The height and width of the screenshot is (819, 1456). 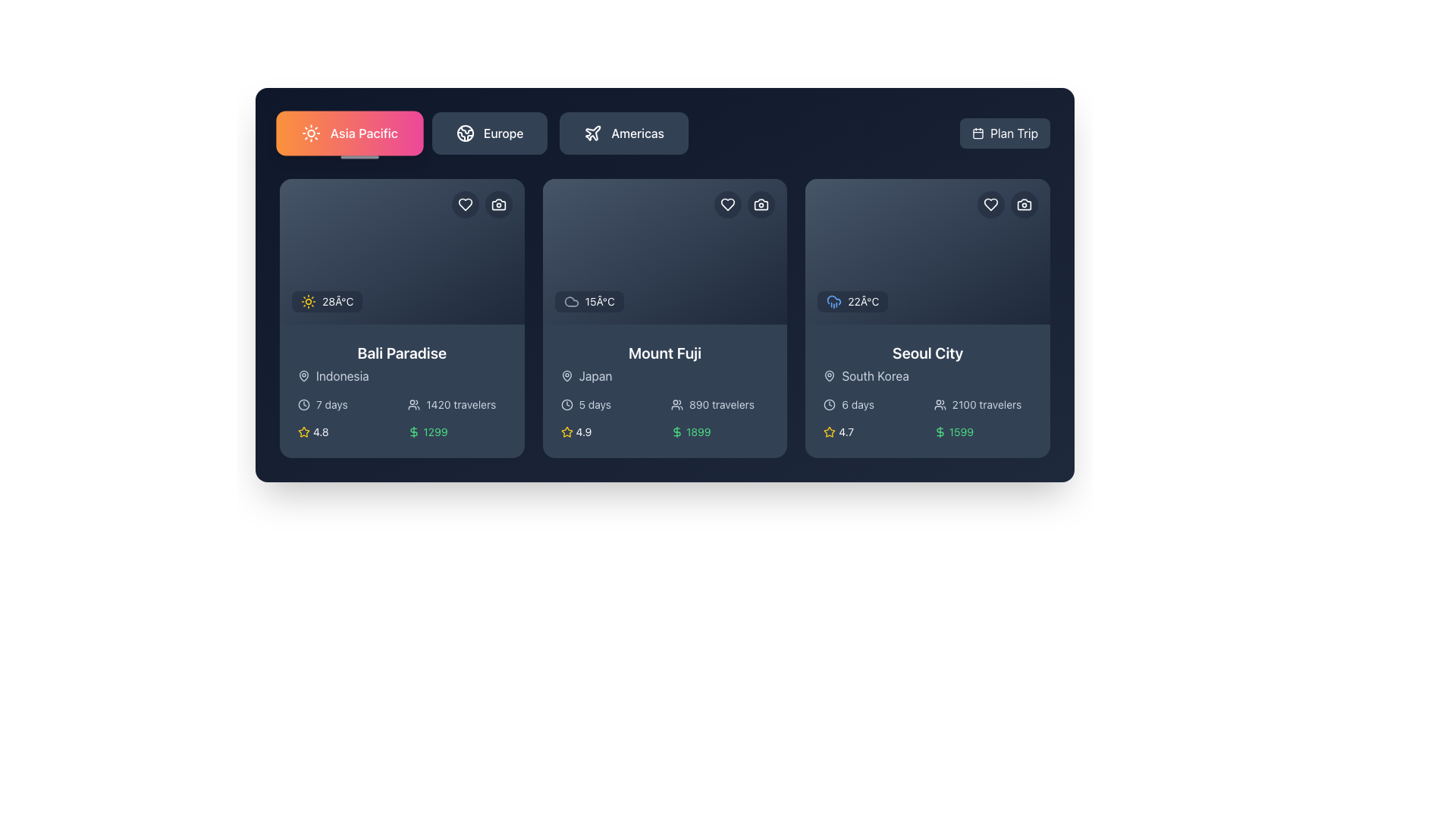 I want to click on the static text indicating the duration of the trip, which shows '6 days' and is located beneath 'Seoul City' and to the left of '2100 travelers', so click(x=873, y=403).